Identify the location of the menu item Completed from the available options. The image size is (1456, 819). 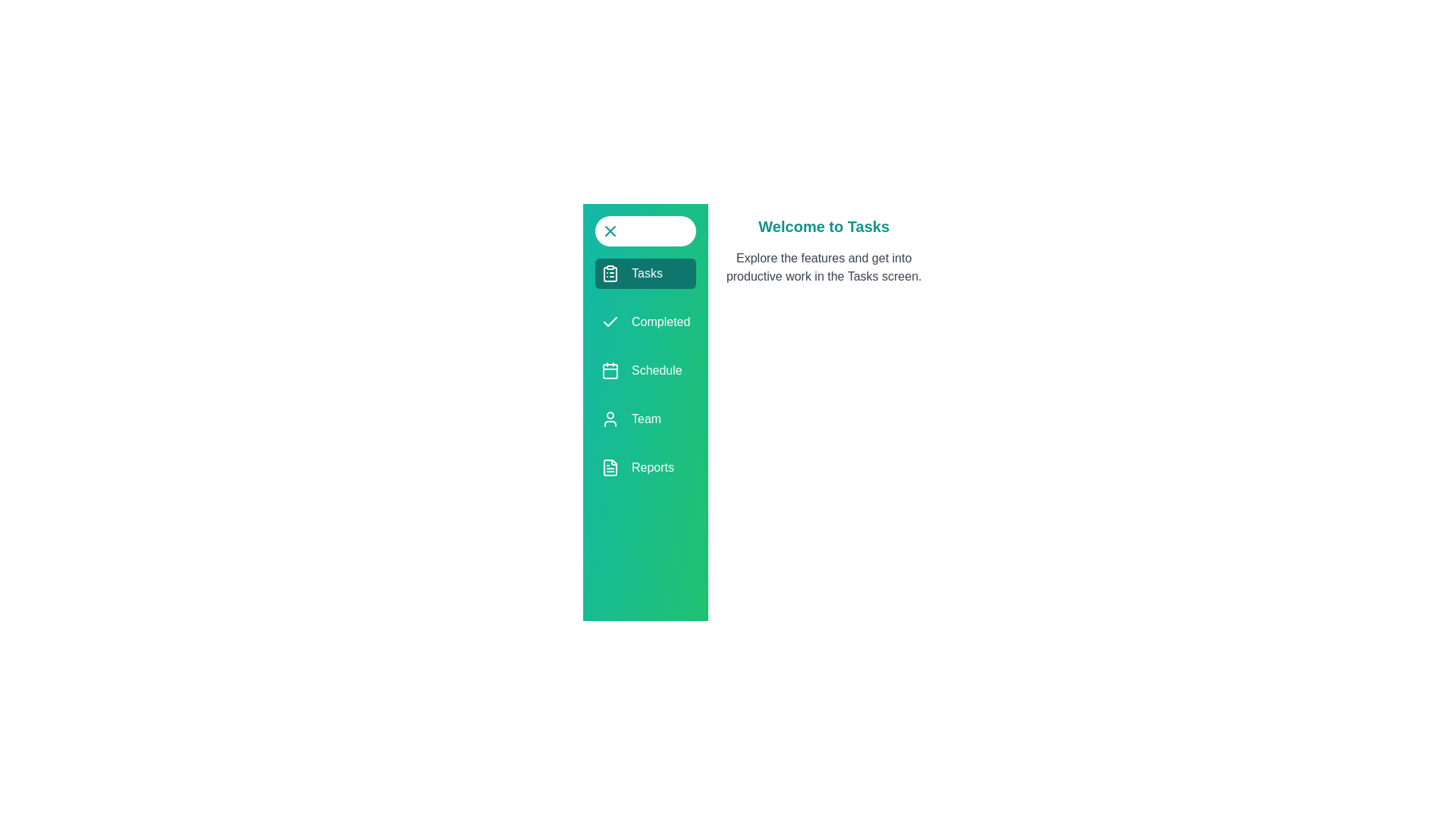
(645, 321).